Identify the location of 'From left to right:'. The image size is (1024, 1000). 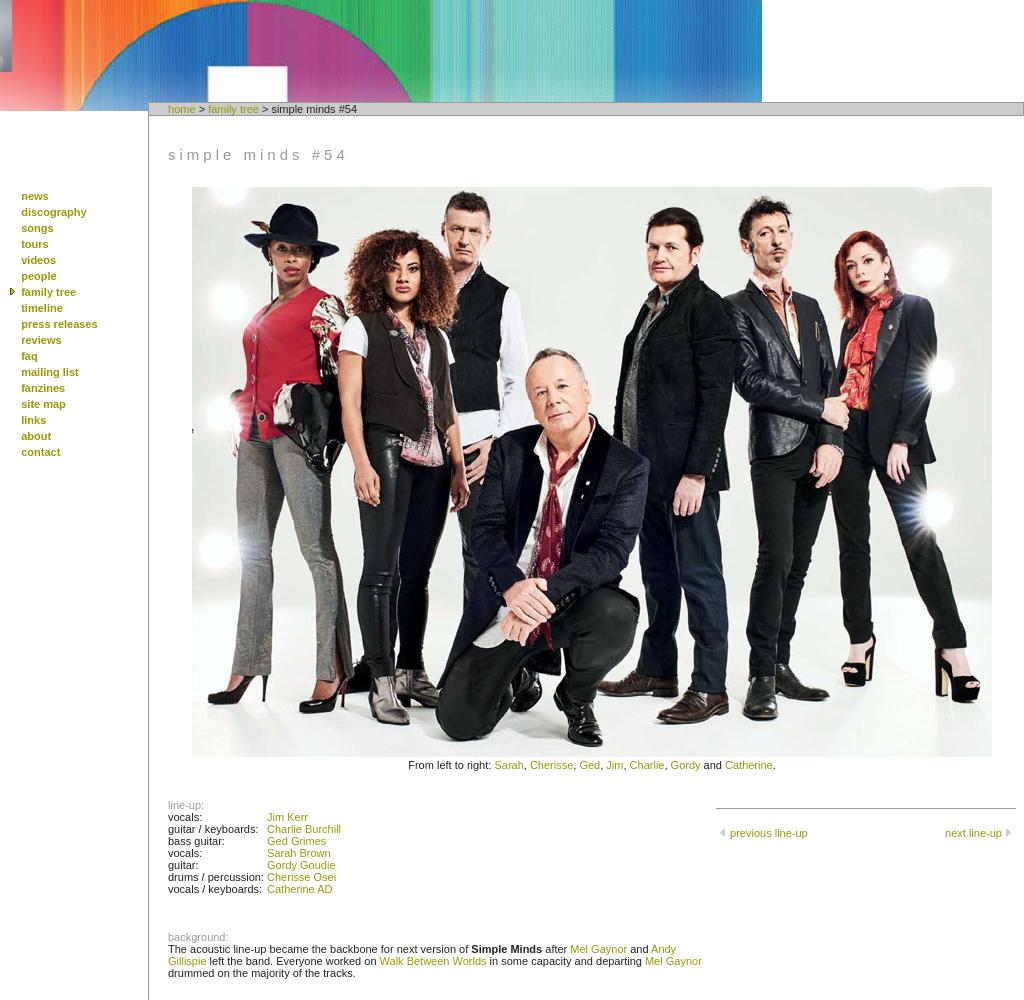
(450, 765).